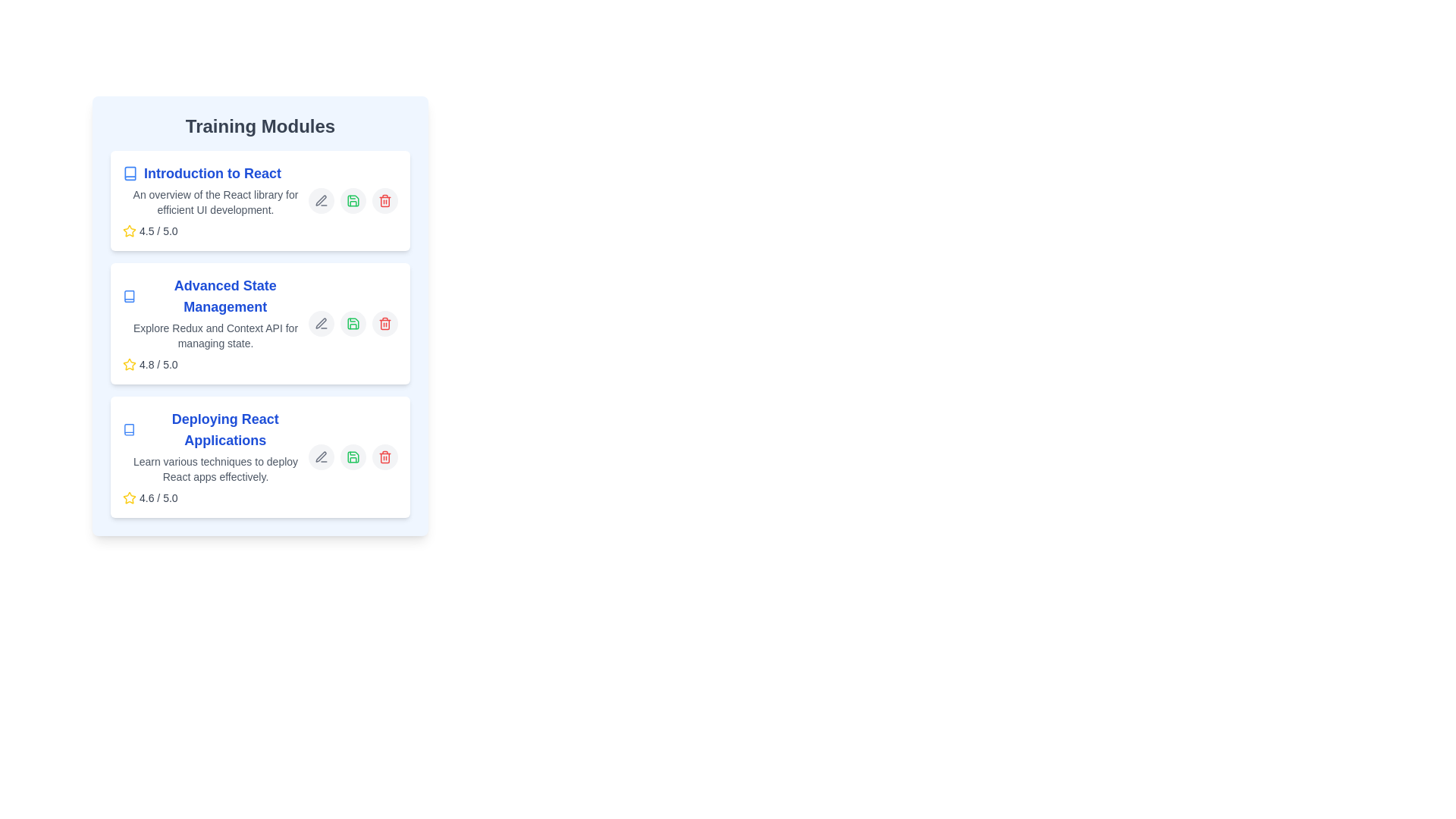 This screenshot has width=1456, height=819. Describe the element at coordinates (352, 456) in the screenshot. I see `the green floppy disk icon located at the top-right corner of the third card in the grid of training modules` at that location.